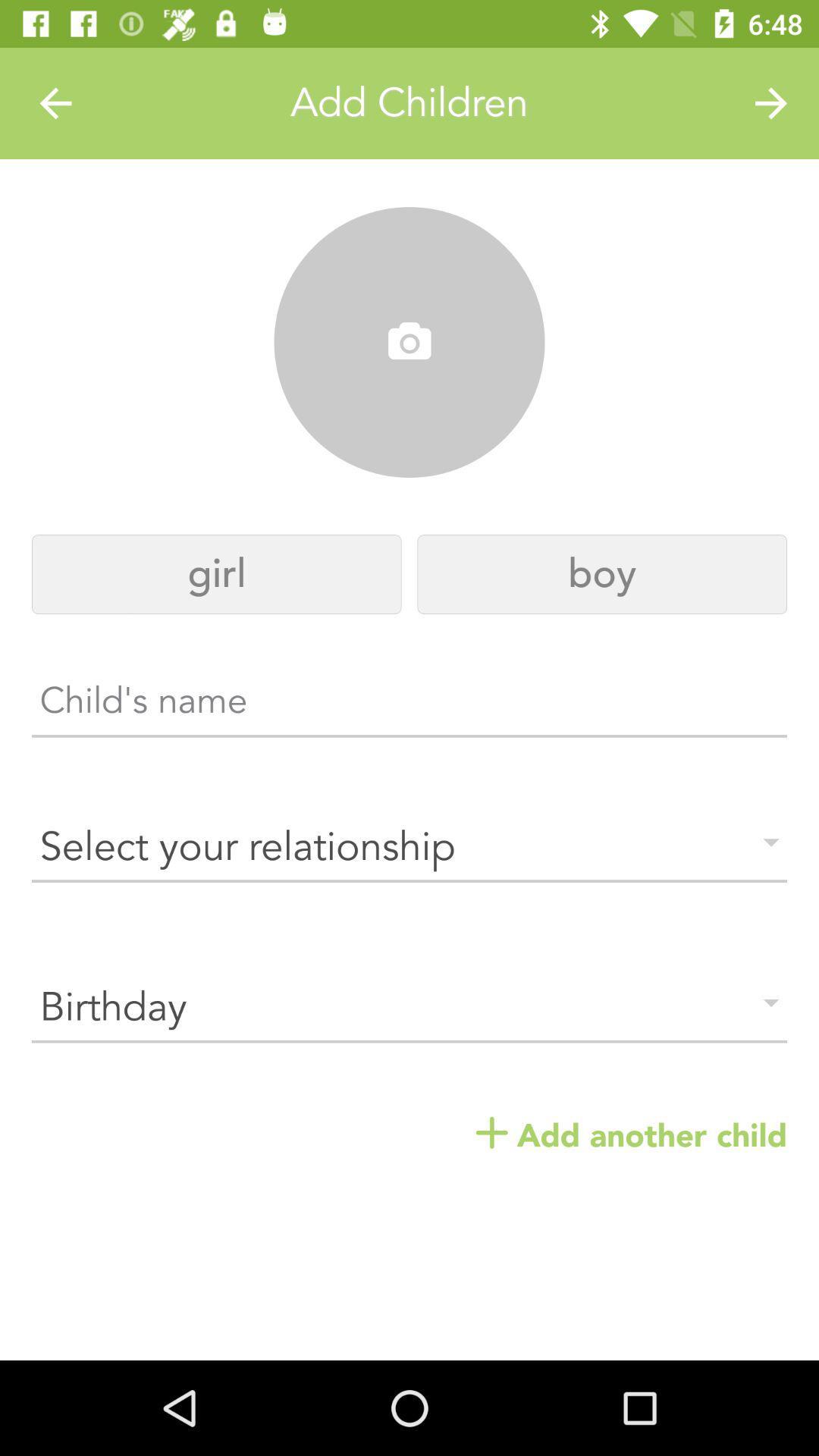 Image resolution: width=819 pixels, height=1456 pixels. Describe the element at coordinates (216, 573) in the screenshot. I see `the icon to the left of boy item` at that location.